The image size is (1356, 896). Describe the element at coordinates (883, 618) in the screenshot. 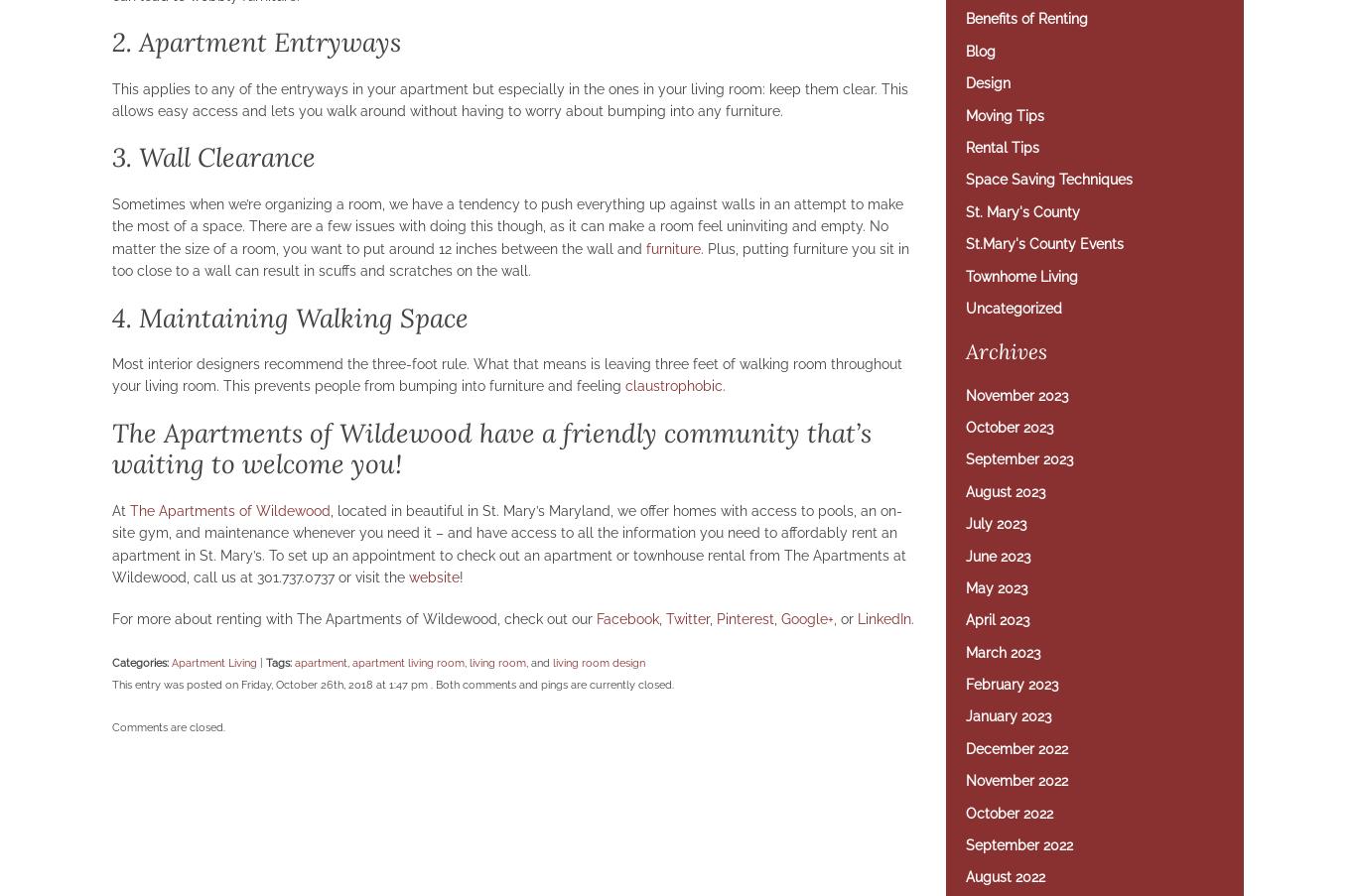

I see `'LinkedIn'` at that location.